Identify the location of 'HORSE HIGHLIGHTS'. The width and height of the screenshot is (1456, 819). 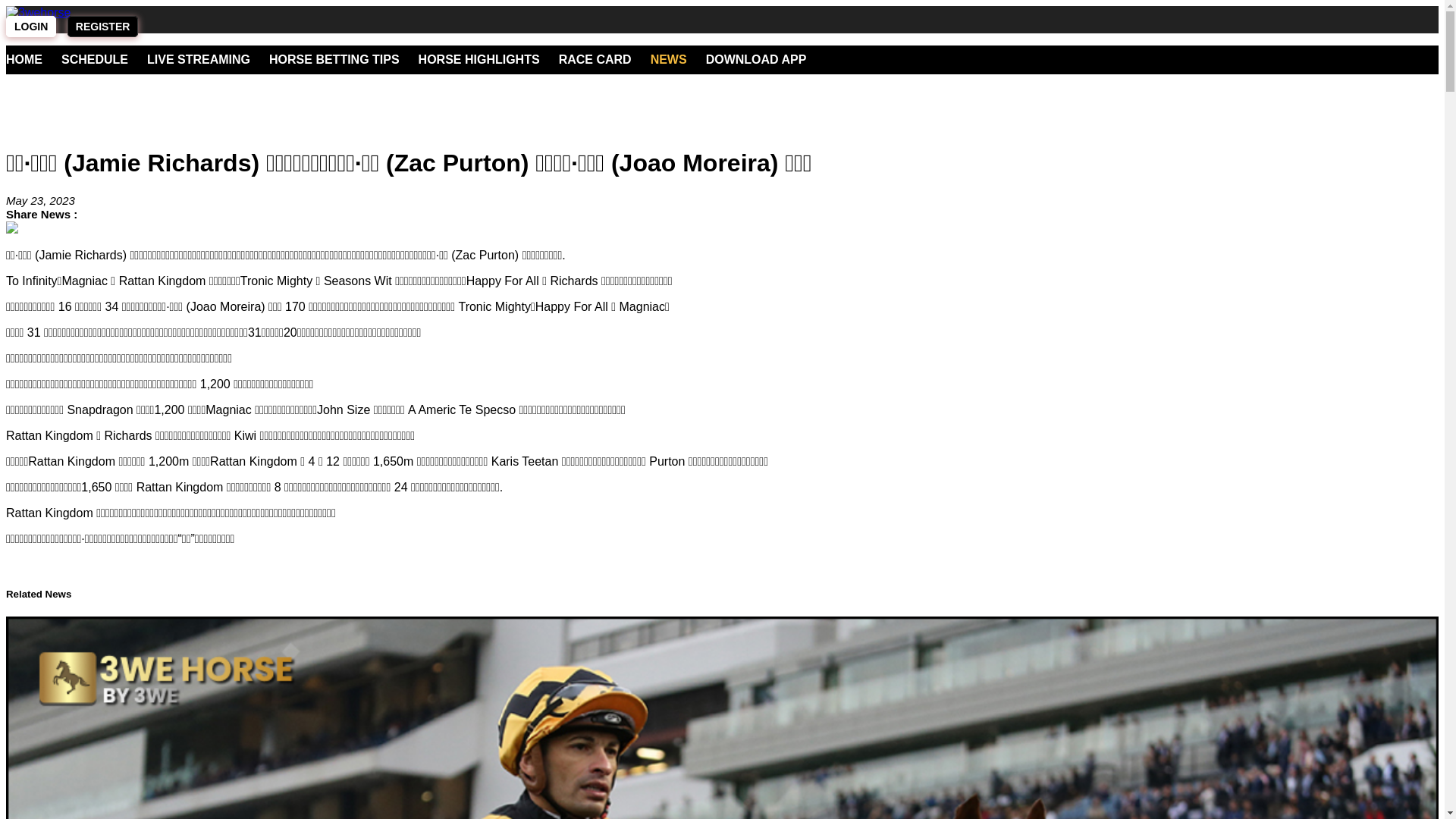
(419, 58).